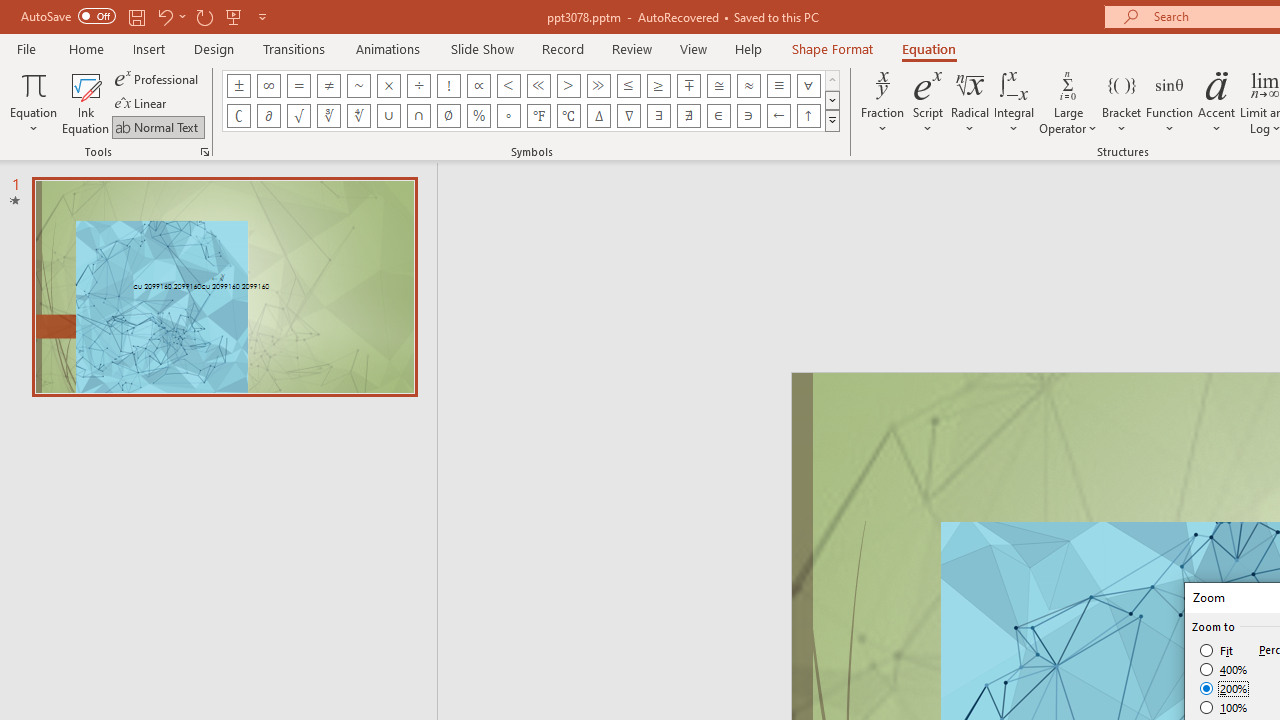 The width and height of the screenshot is (1280, 720). What do you see at coordinates (659, 85) in the screenshot?
I see `'Equation Symbol Greater Than or Equal To'` at bounding box center [659, 85].